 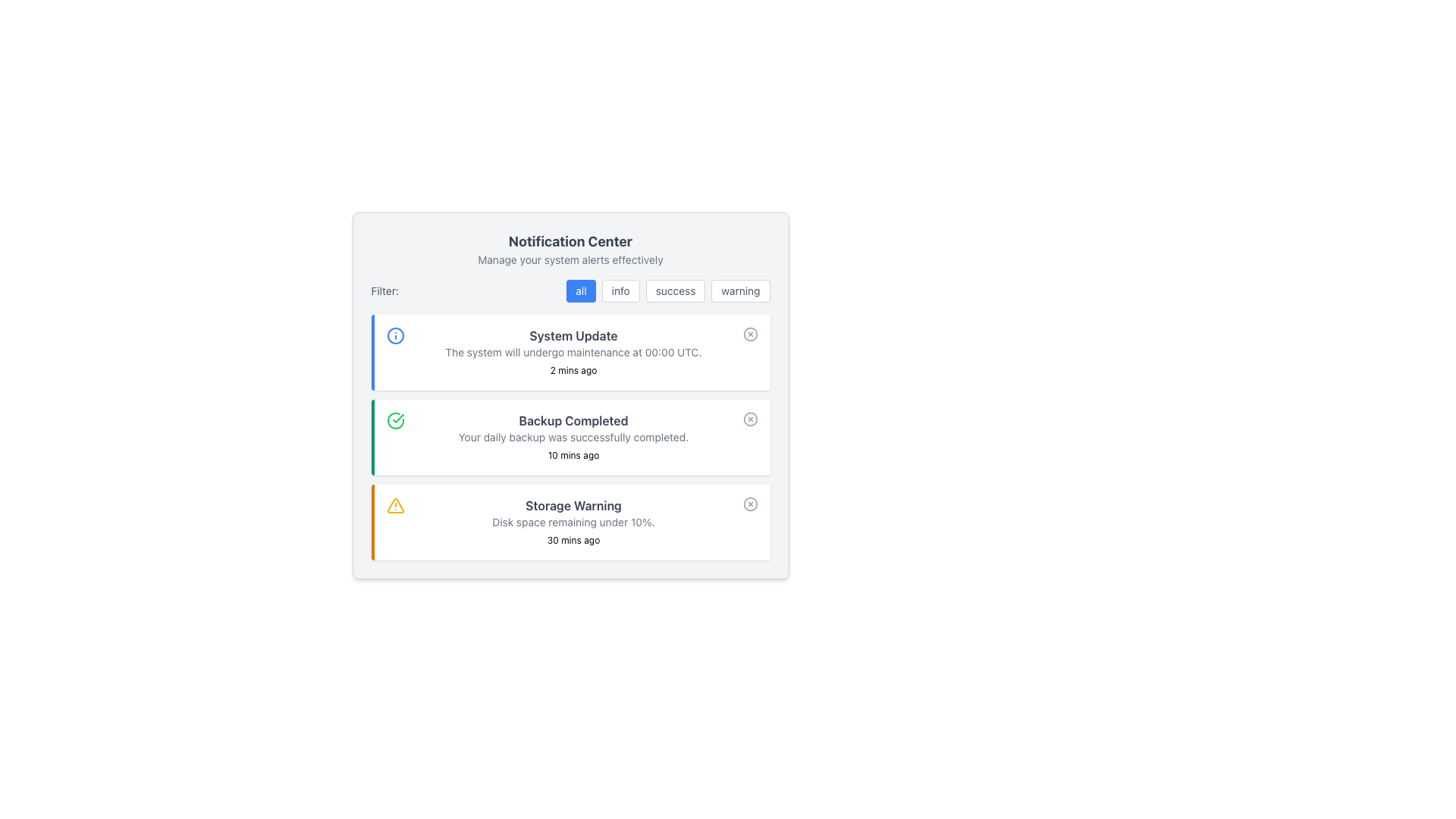 What do you see at coordinates (573, 454) in the screenshot?
I see `the Timestamp label displaying '10 mins ago', which is a small text label in the bottom-right portion of the notification panel` at bounding box center [573, 454].